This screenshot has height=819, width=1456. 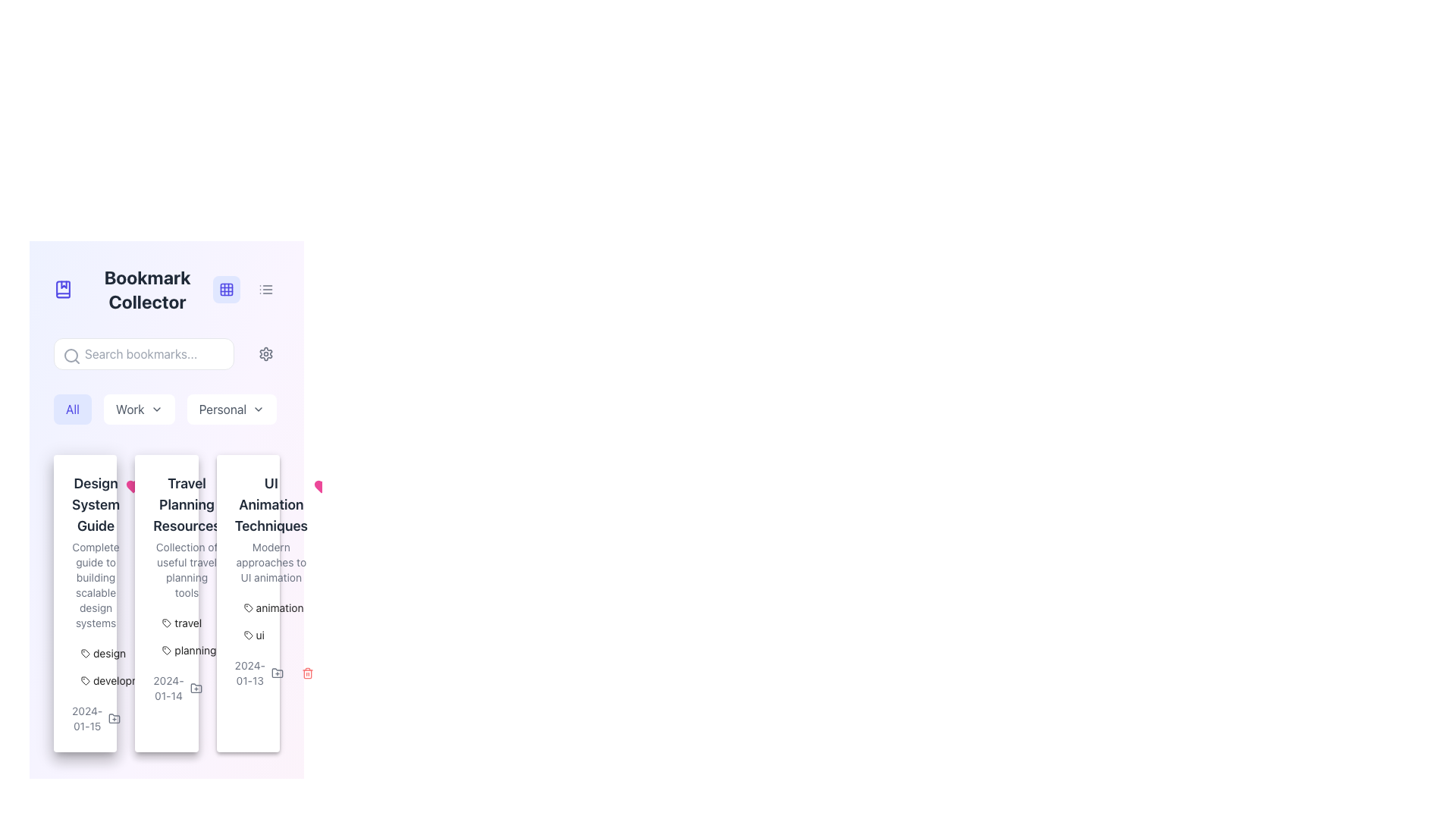 I want to click on the visual identifier icon used for tagging purposes located below the title text of the second card in the vertical scrolling UI, so click(x=167, y=623).